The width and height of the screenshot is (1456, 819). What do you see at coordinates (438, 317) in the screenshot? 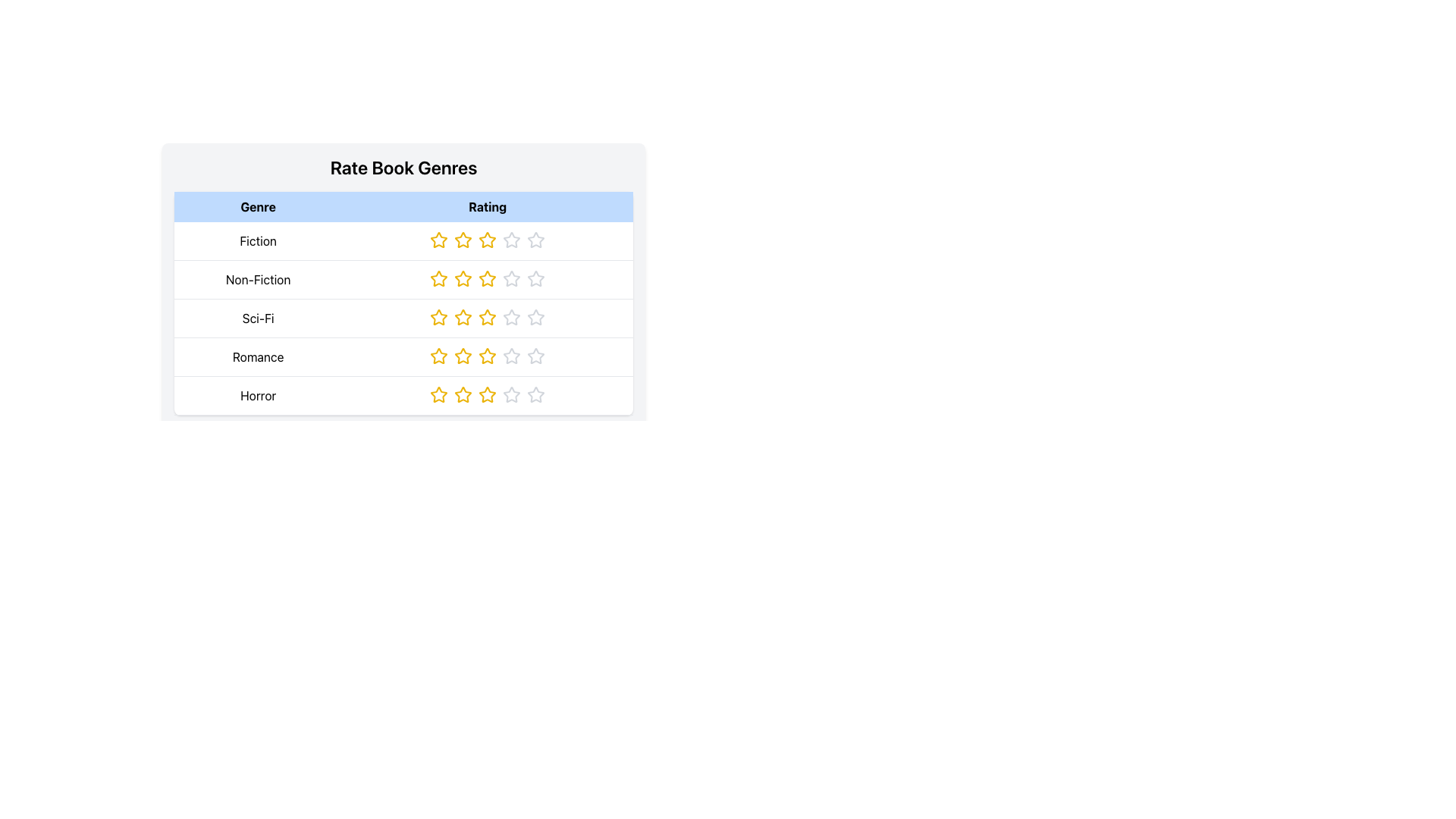
I see `the interactive yellow star icon for the 'Sci-Fi' genre rating, which is the leftmost star in its group, to receive interaction feedback` at bounding box center [438, 317].